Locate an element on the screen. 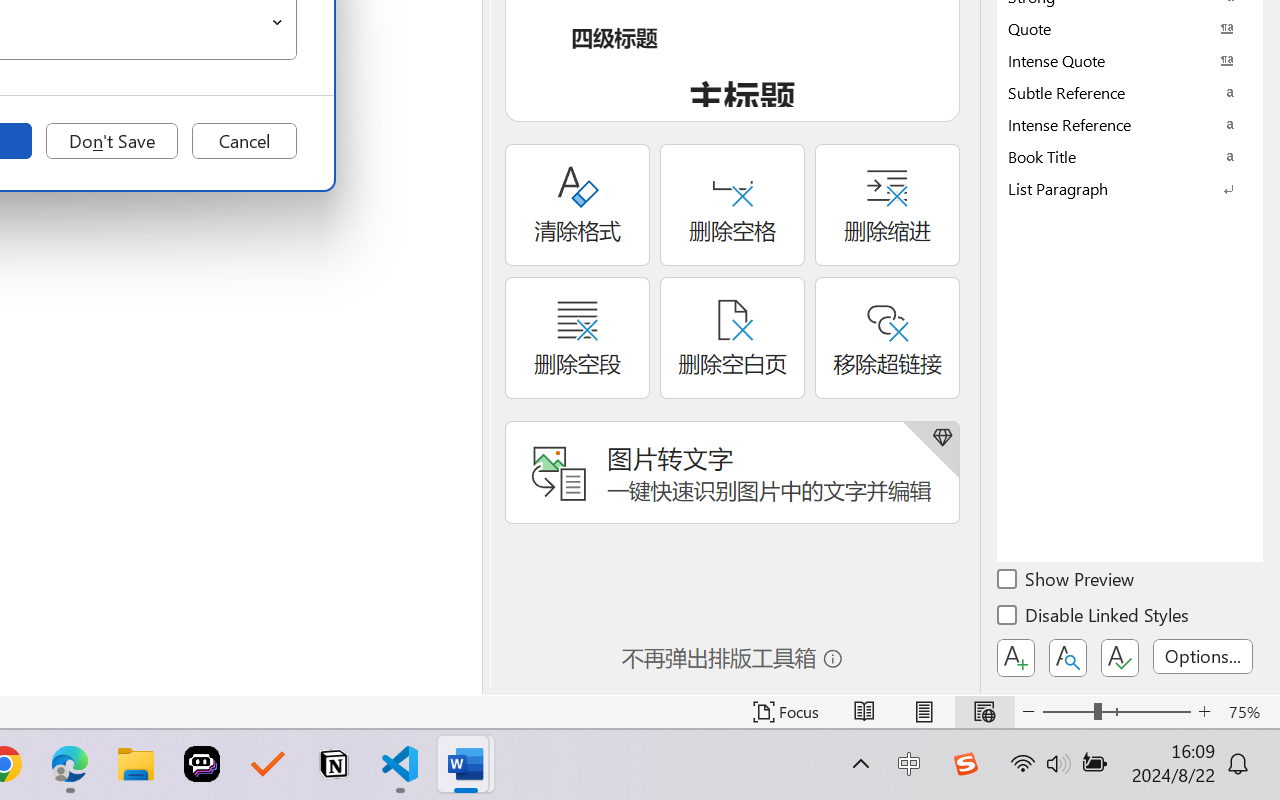 This screenshot has height=800, width=1280. 'Intense Quote' is located at coordinates (1130, 59).